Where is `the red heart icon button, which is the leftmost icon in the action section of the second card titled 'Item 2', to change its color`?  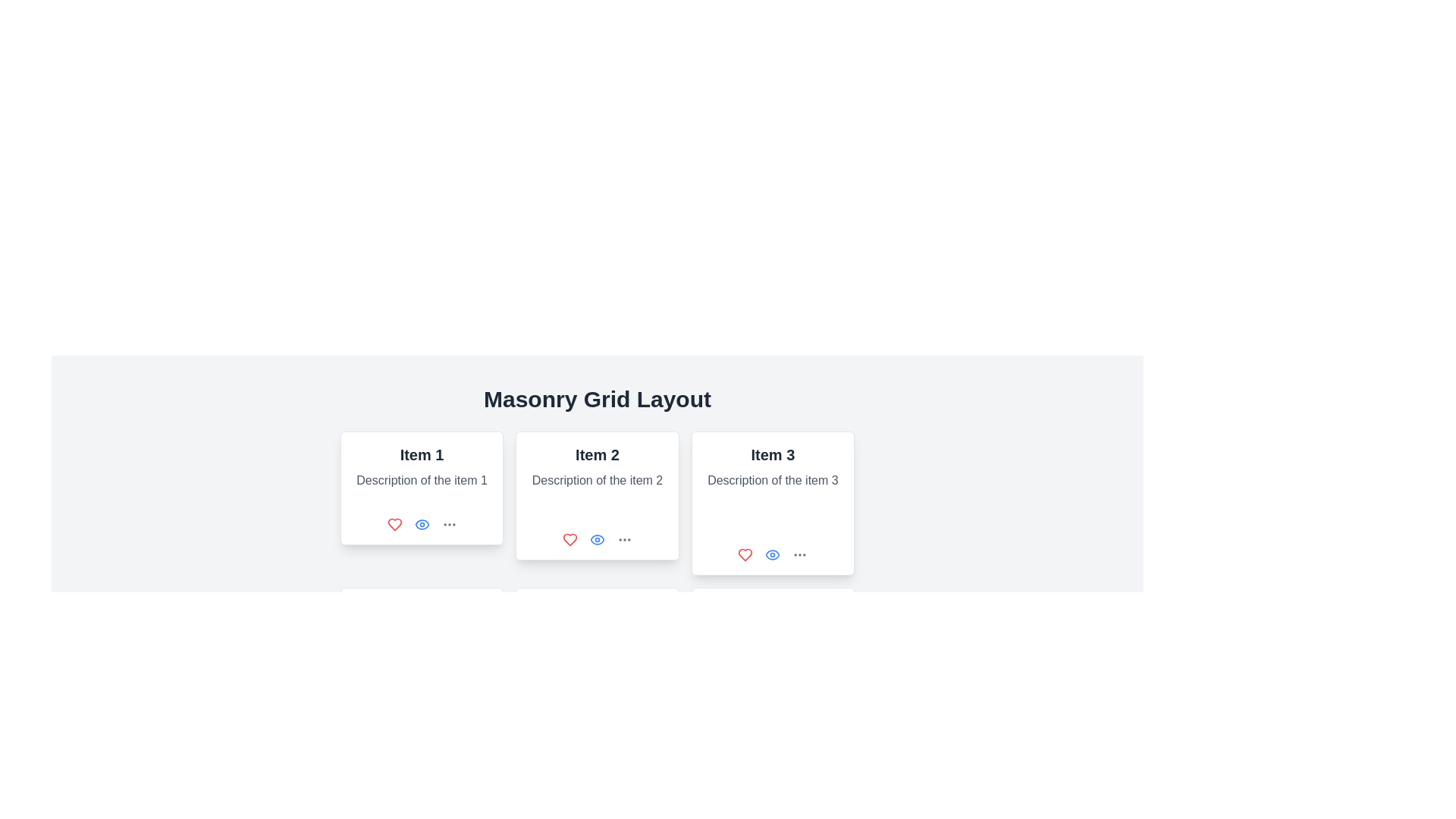
the red heart icon button, which is the leftmost icon in the action section of the second card titled 'Item 2', to change its color is located at coordinates (570, 539).